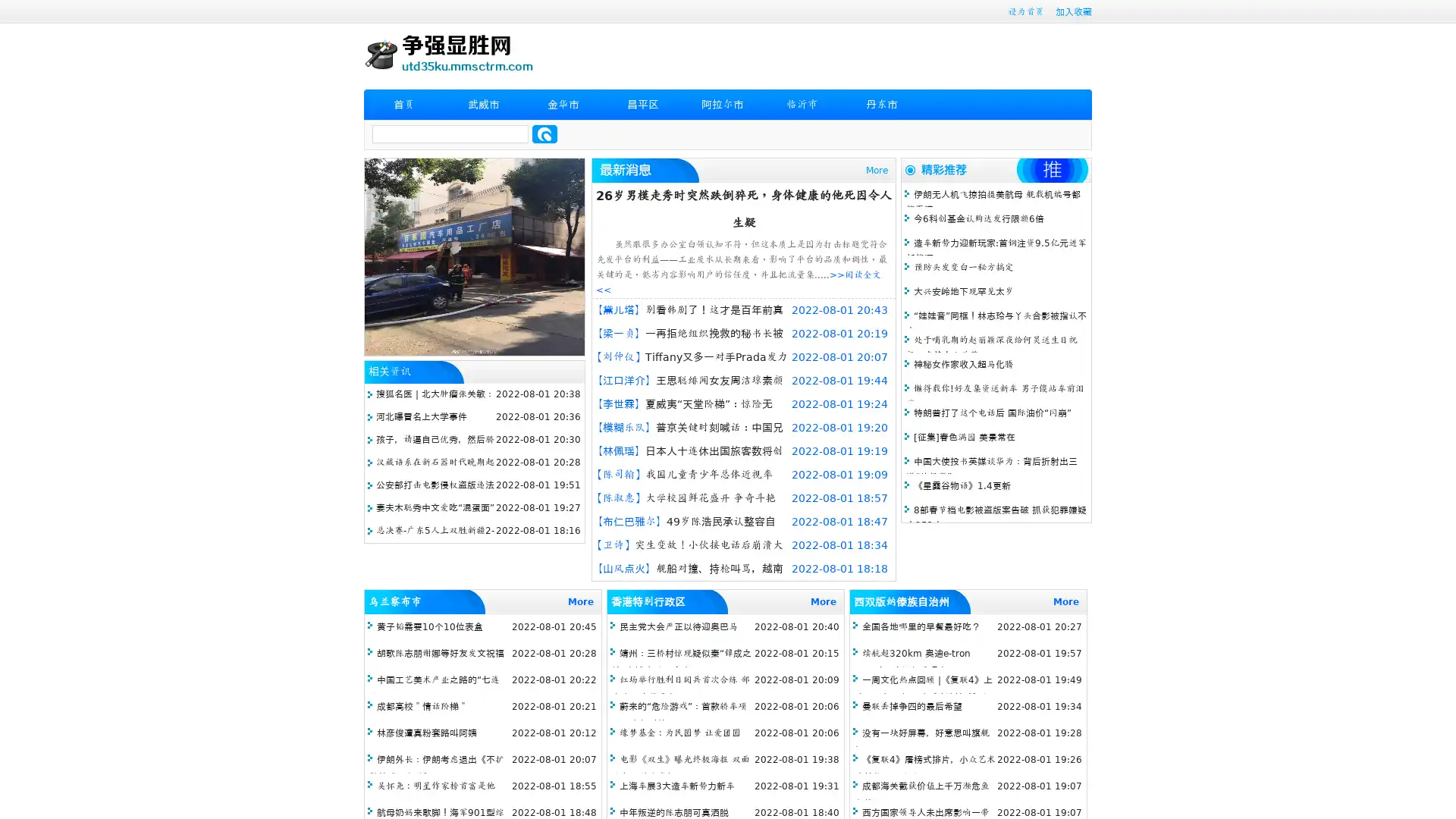 Image resolution: width=1456 pixels, height=819 pixels. Describe the element at coordinates (544, 133) in the screenshot. I see `Search` at that location.